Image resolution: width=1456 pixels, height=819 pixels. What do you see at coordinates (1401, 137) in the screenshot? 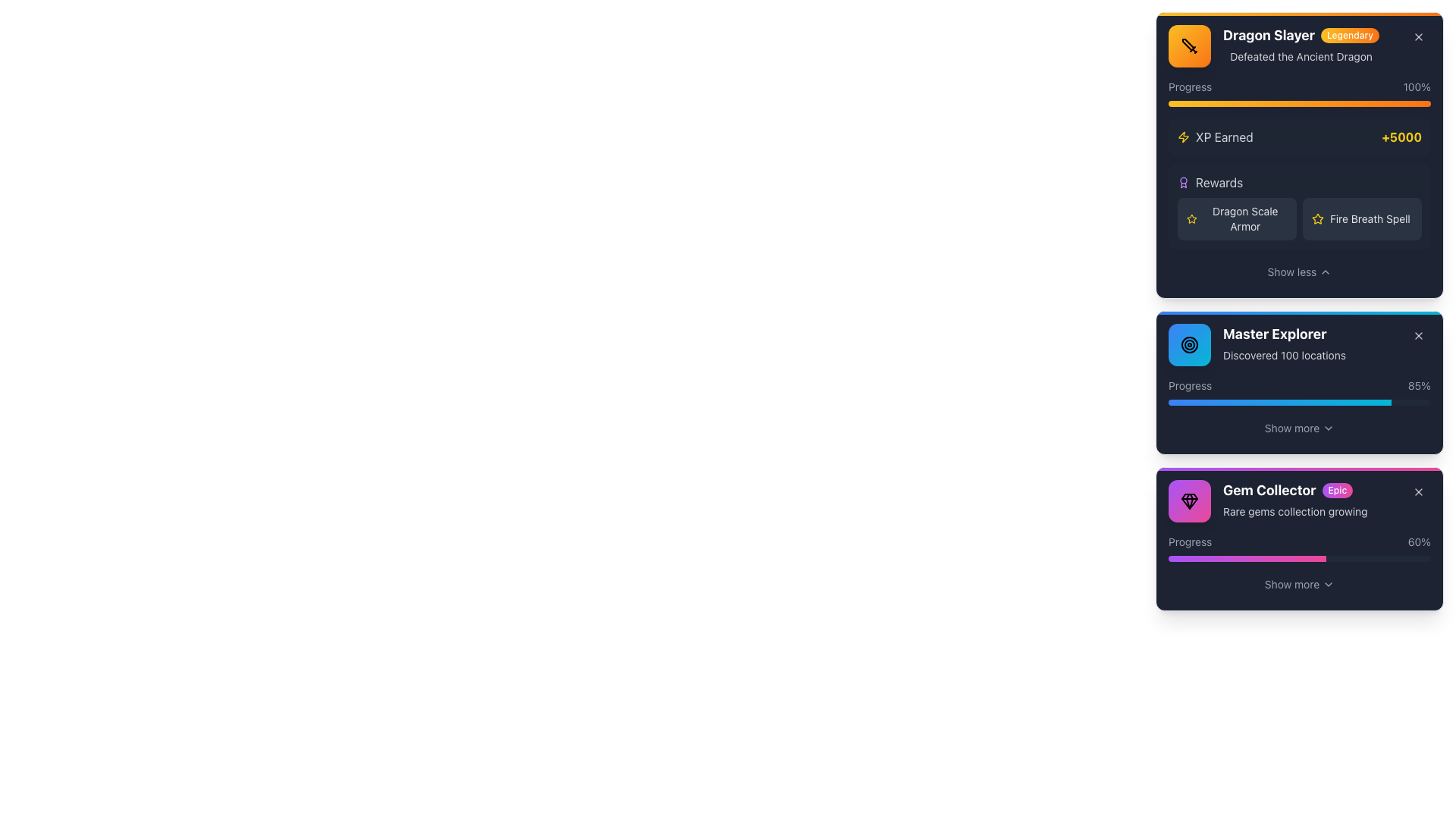
I see `the Label element displaying the text '+5000' in bold yellow font, which is located in the top-right section next to 'XP Earned'` at bounding box center [1401, 137].